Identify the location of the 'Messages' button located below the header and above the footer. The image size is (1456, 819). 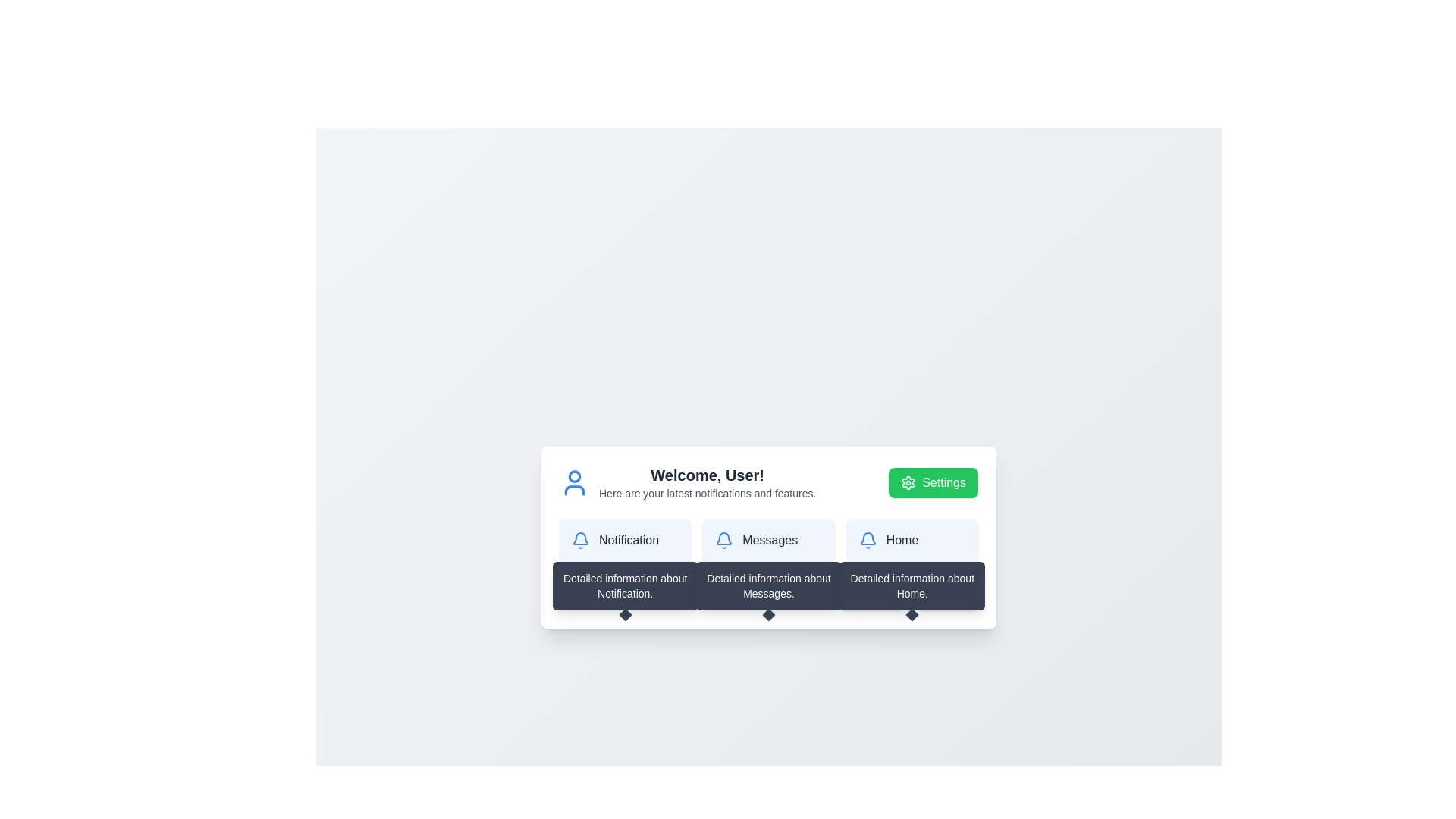
(768, 540).